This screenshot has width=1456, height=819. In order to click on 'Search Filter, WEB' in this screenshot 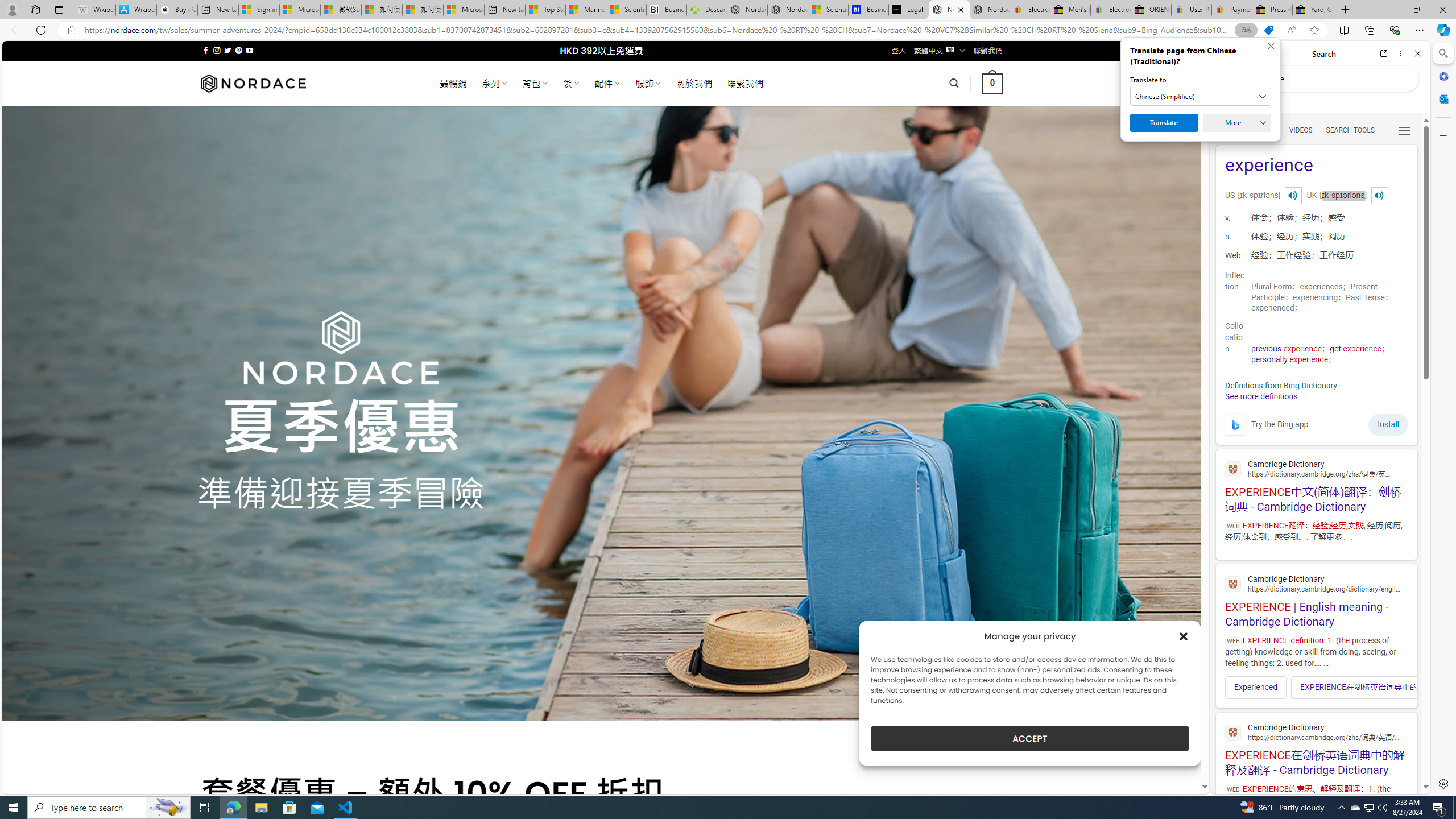, I will do `click(1230, 129)`.